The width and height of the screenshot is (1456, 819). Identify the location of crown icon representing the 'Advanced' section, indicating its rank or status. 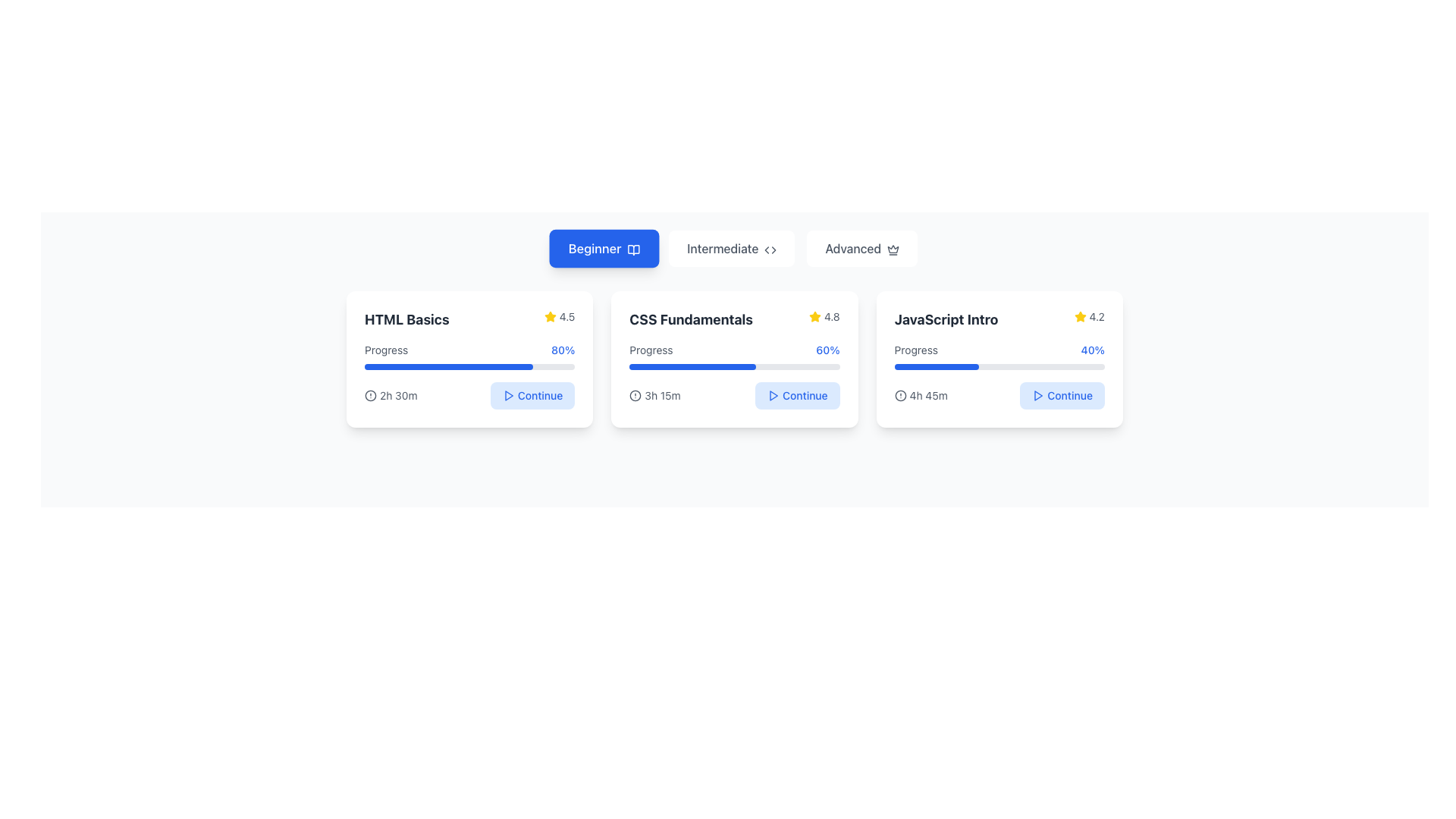
(893, 248).